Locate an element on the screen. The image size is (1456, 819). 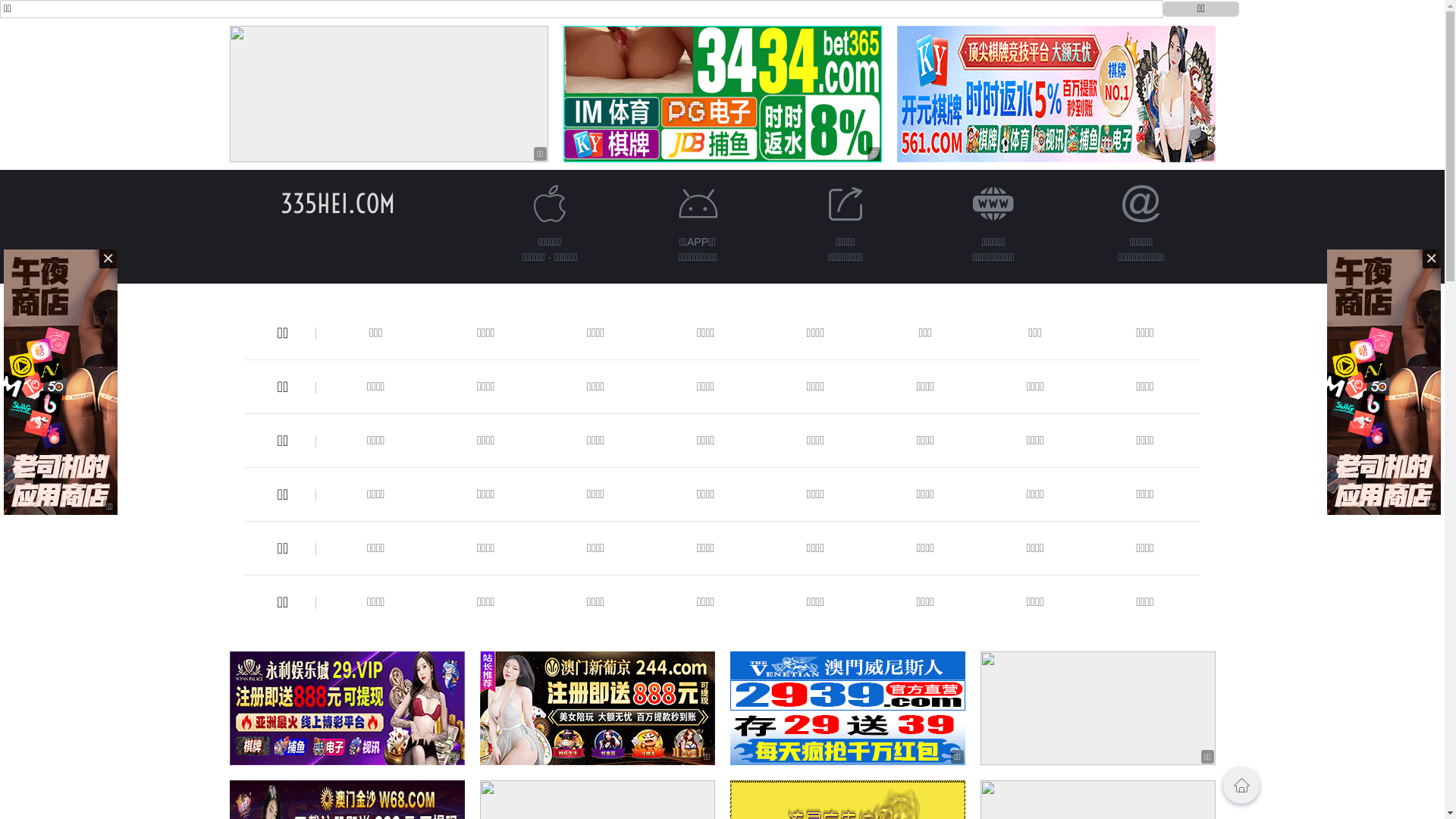
'335HEI.COM' is located at coordinates (337, 202).